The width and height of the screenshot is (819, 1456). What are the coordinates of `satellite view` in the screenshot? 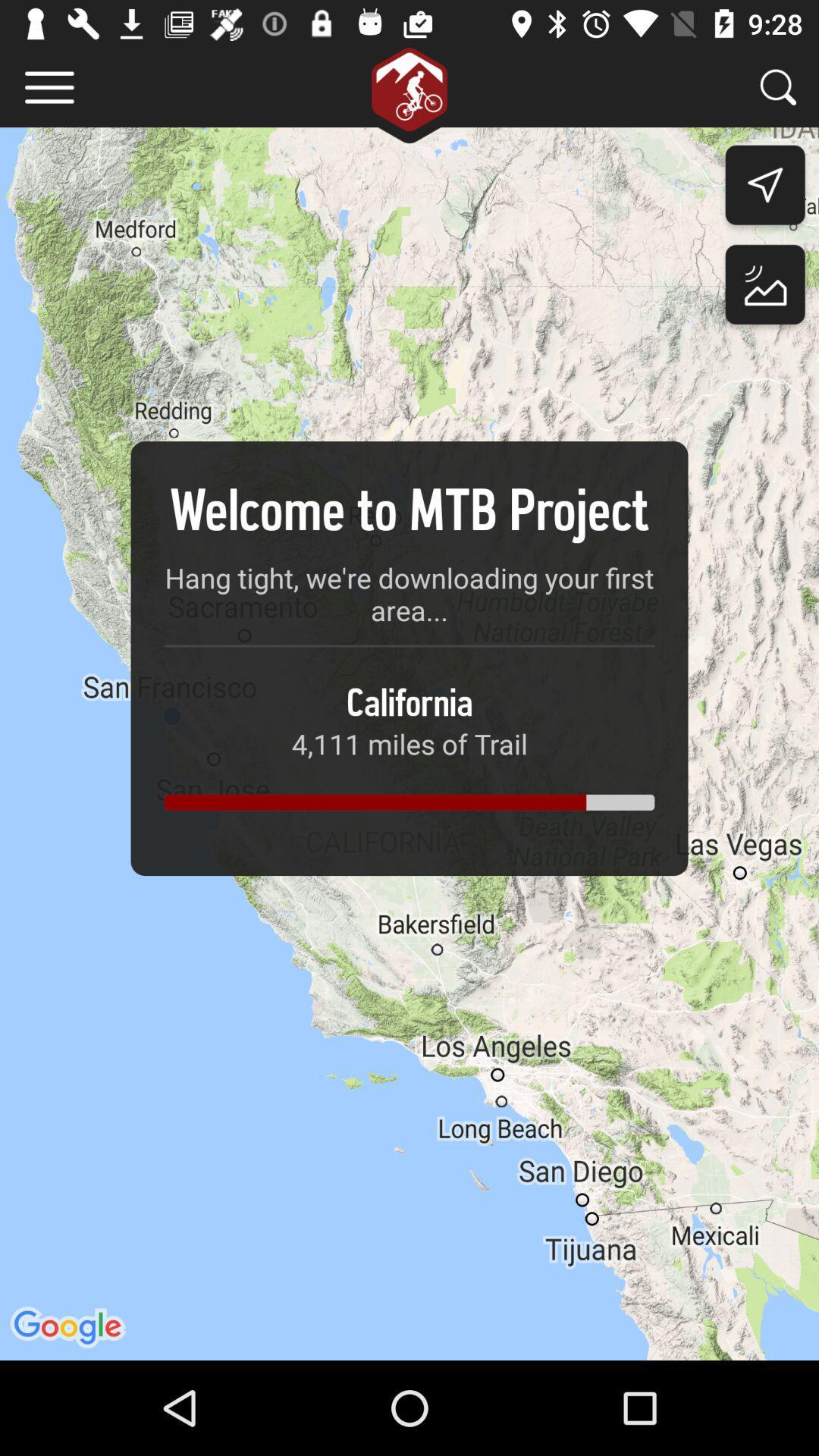 It's located at (765, 288).